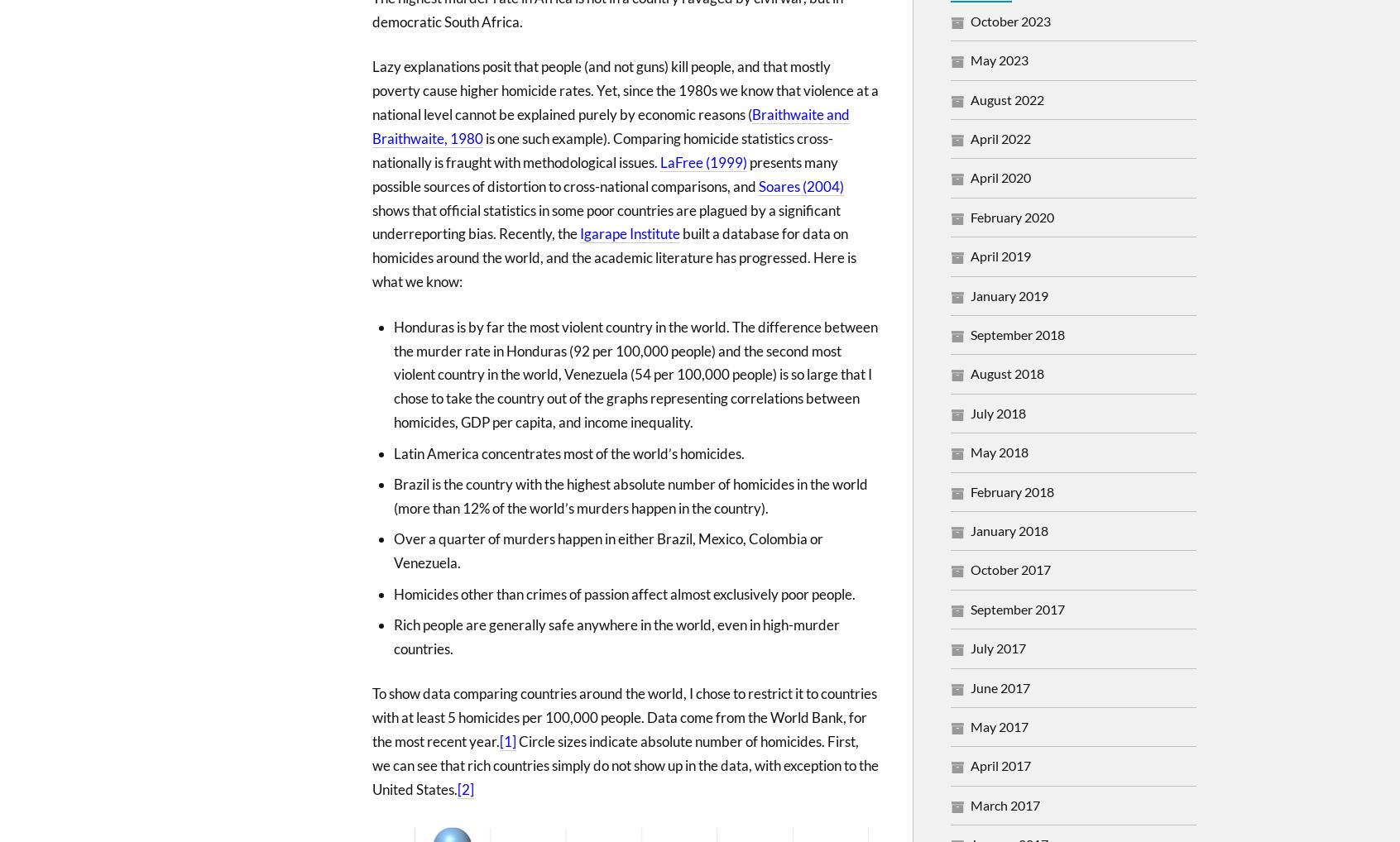 The height and width of the screenshot is (842, 1400). What do you see at coordinates (1000, 255) in the screenshot?
I see `'April 2019'` at bounding box center [1000, 255].